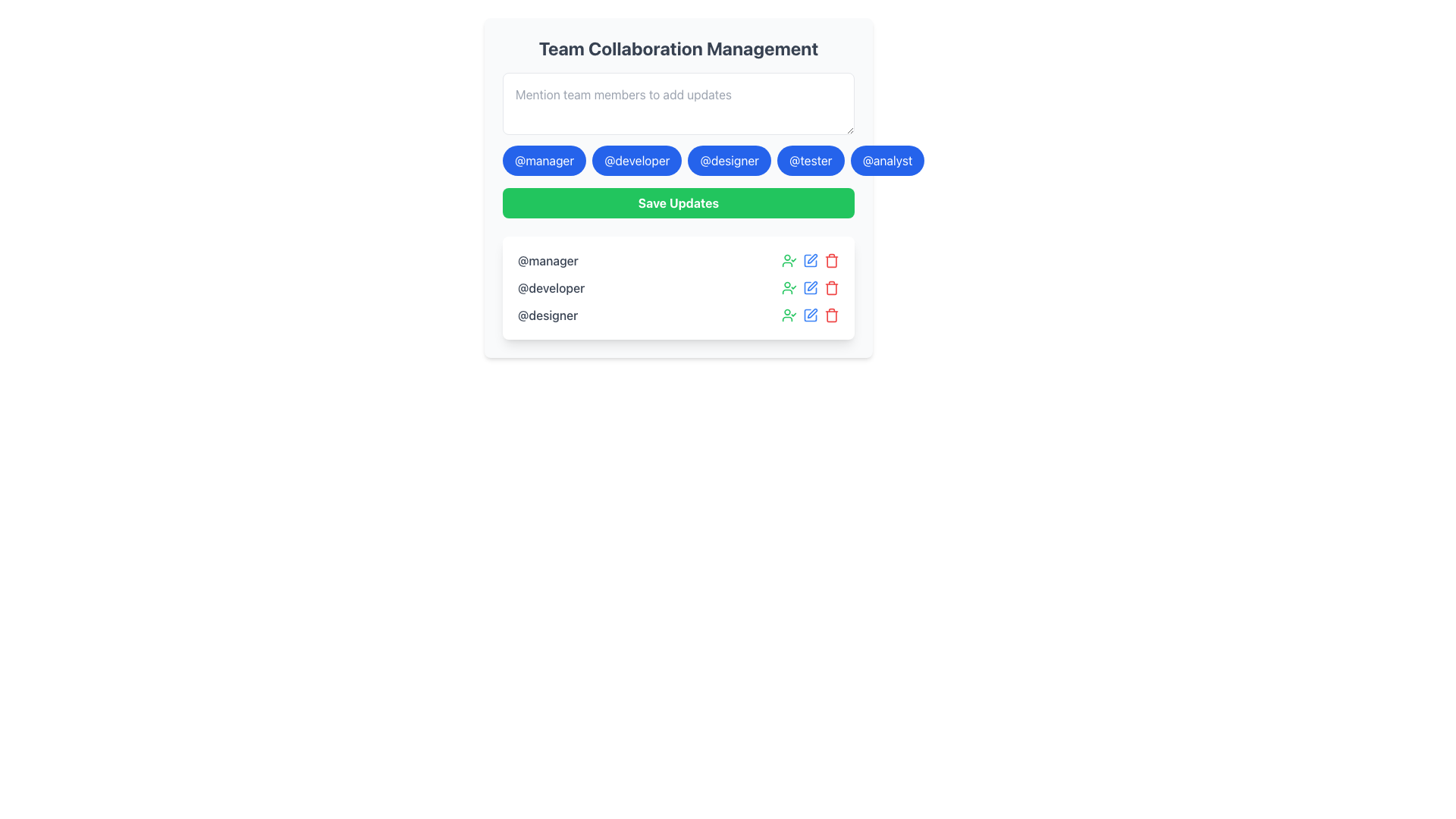 Image resolution: width=1456 pixels, height=819 pixels. Describe the element at coordinates (831, 259) in the screenshot. I see `the delete icon button located in the lower-right corner of the action icon group for the row labeled '@designer'` at that location.